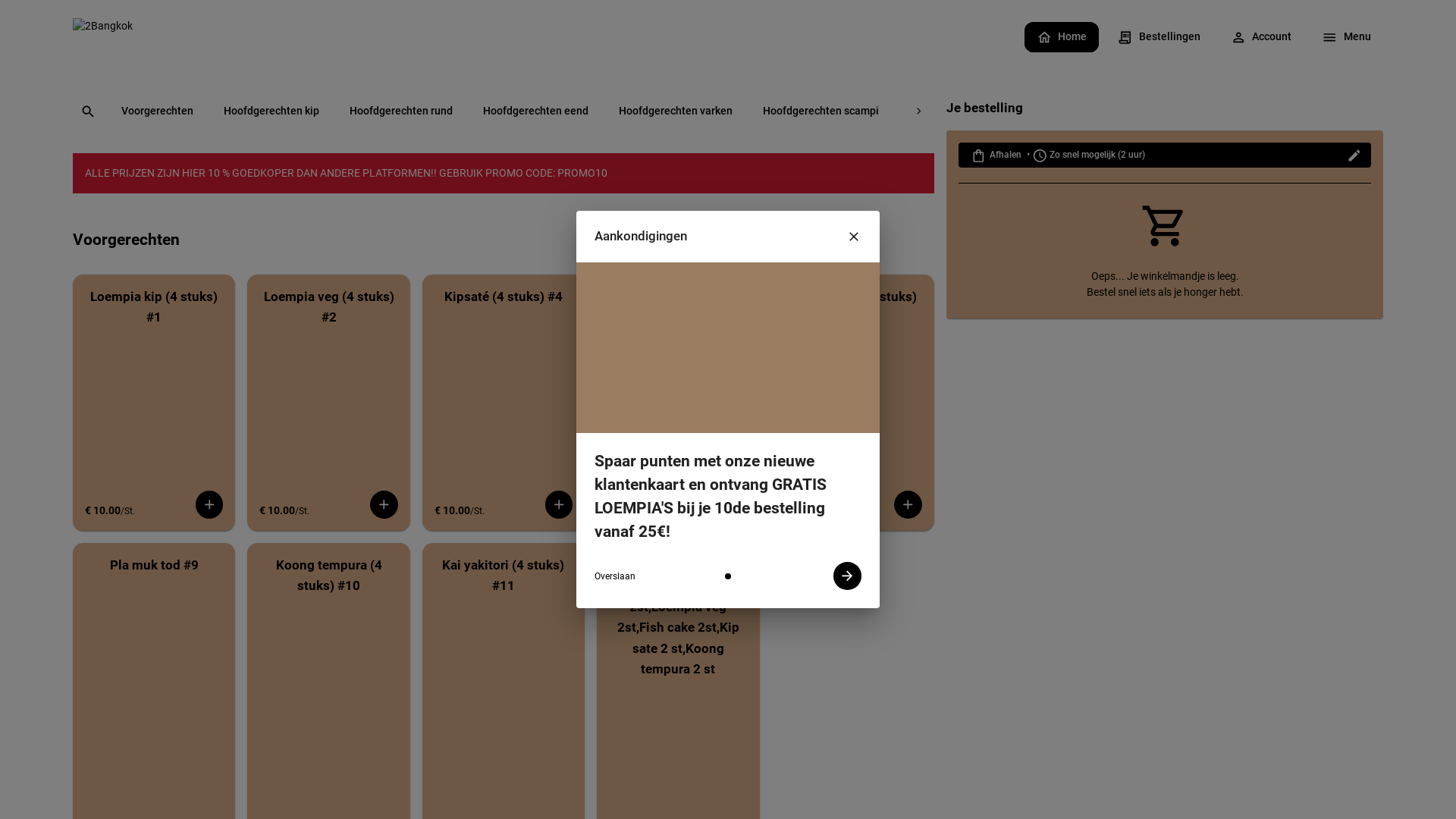  Describe the element at coordinates (1219, 38) in the screenshot. I see `'Account'` at that location.